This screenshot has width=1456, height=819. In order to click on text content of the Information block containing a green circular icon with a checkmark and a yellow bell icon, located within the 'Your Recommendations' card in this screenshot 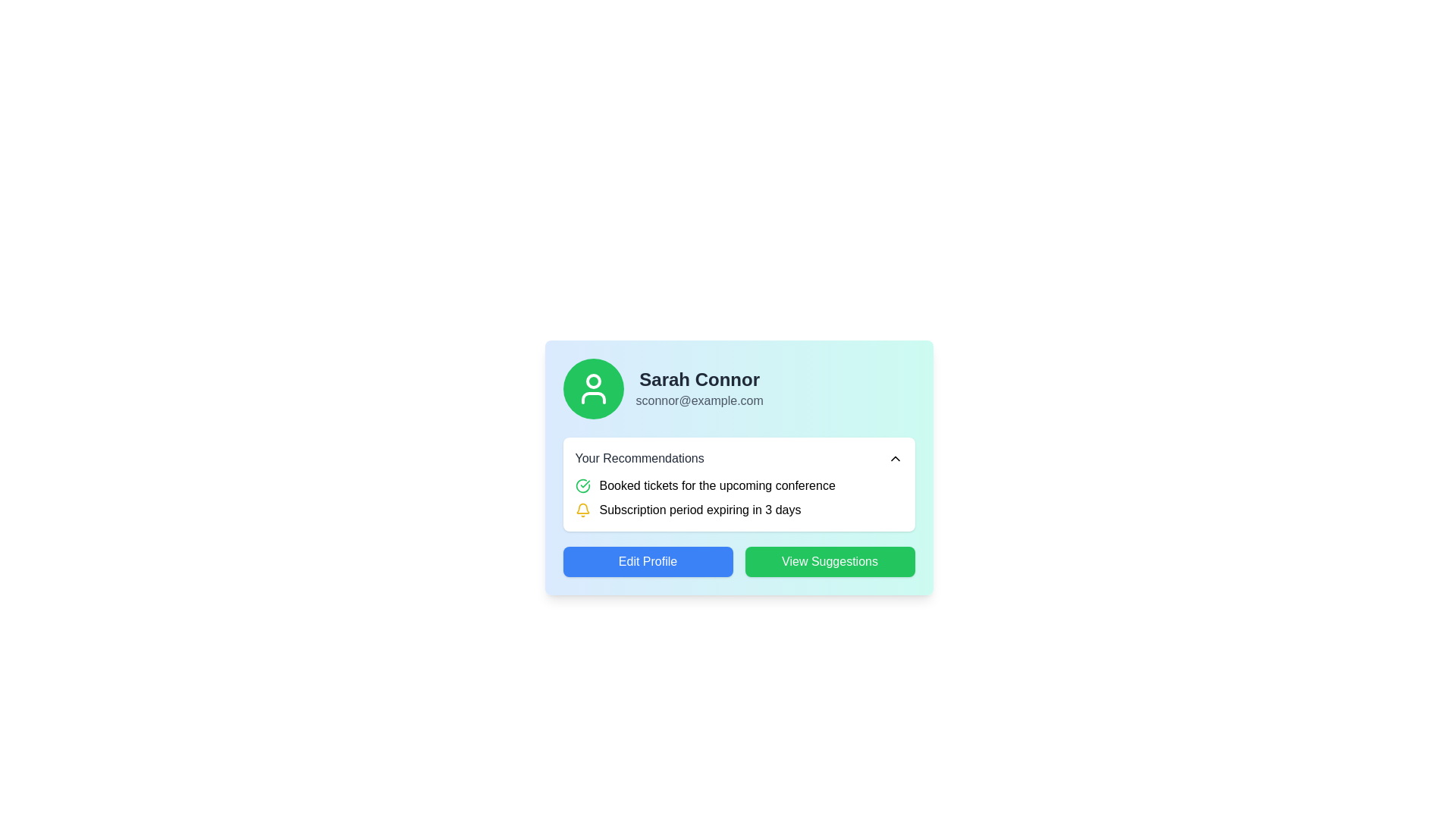, I will do `click(739, 497)`.